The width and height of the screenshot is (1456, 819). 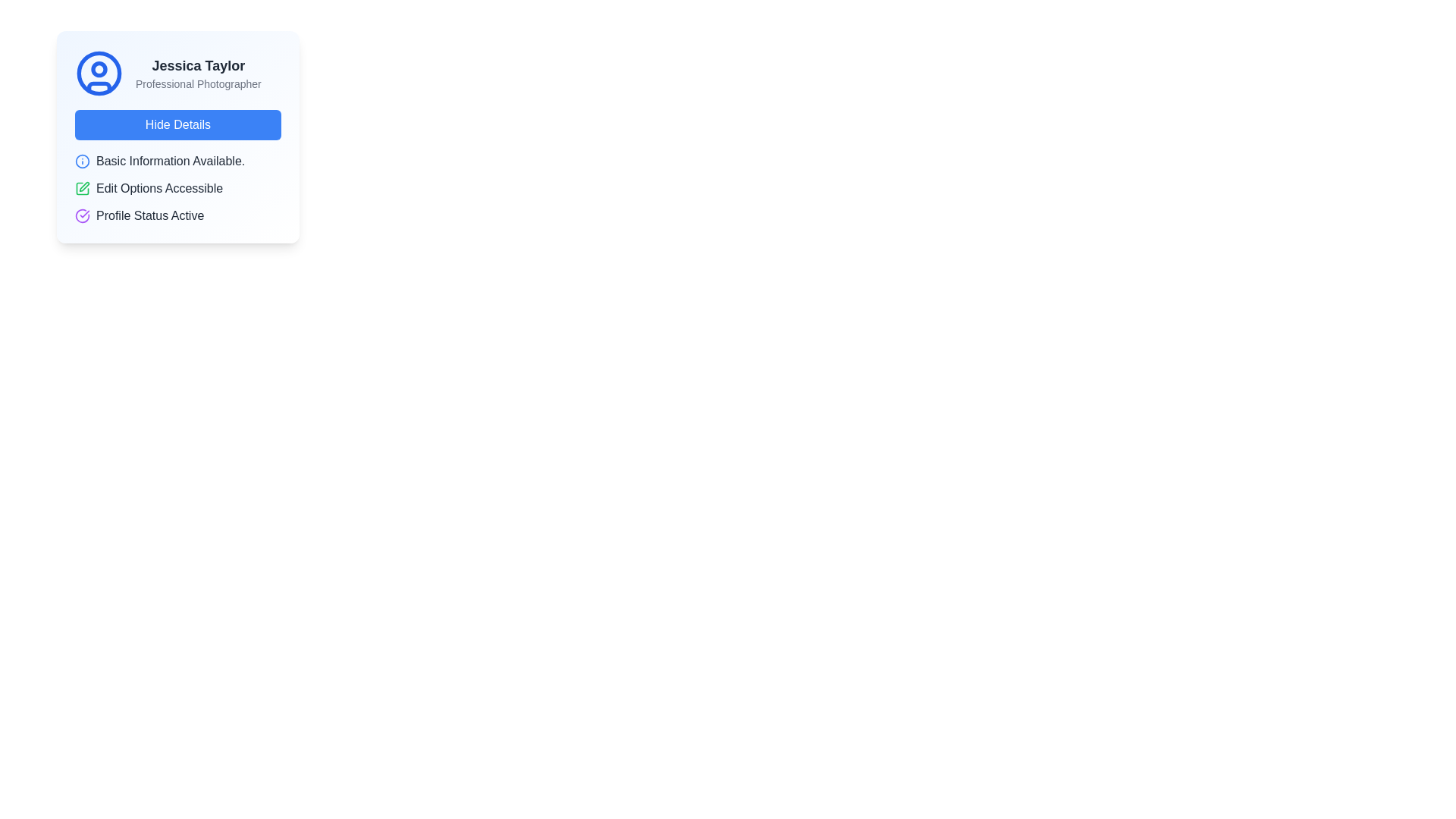 What do you see at coordinates (178, 137) in the screenshot?
I see `the 'Hide Details' button located at the bottom of the UI Card Element featuring a circular blue user icon and text 'Jessica Taylor'` at bounding box center [178, 137].